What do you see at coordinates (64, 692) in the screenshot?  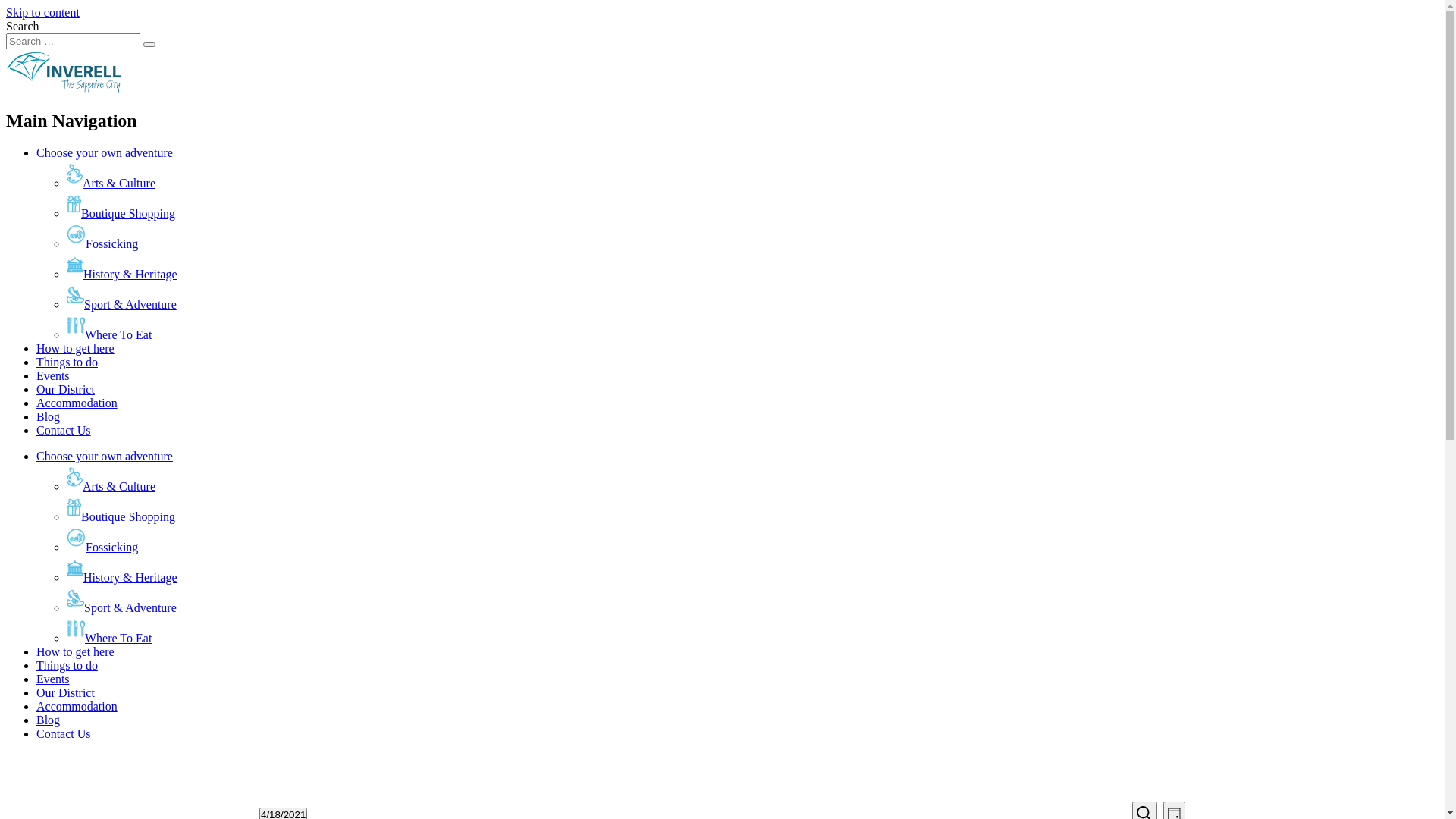 I see `'Our District'` at bounding box center [64, 692].